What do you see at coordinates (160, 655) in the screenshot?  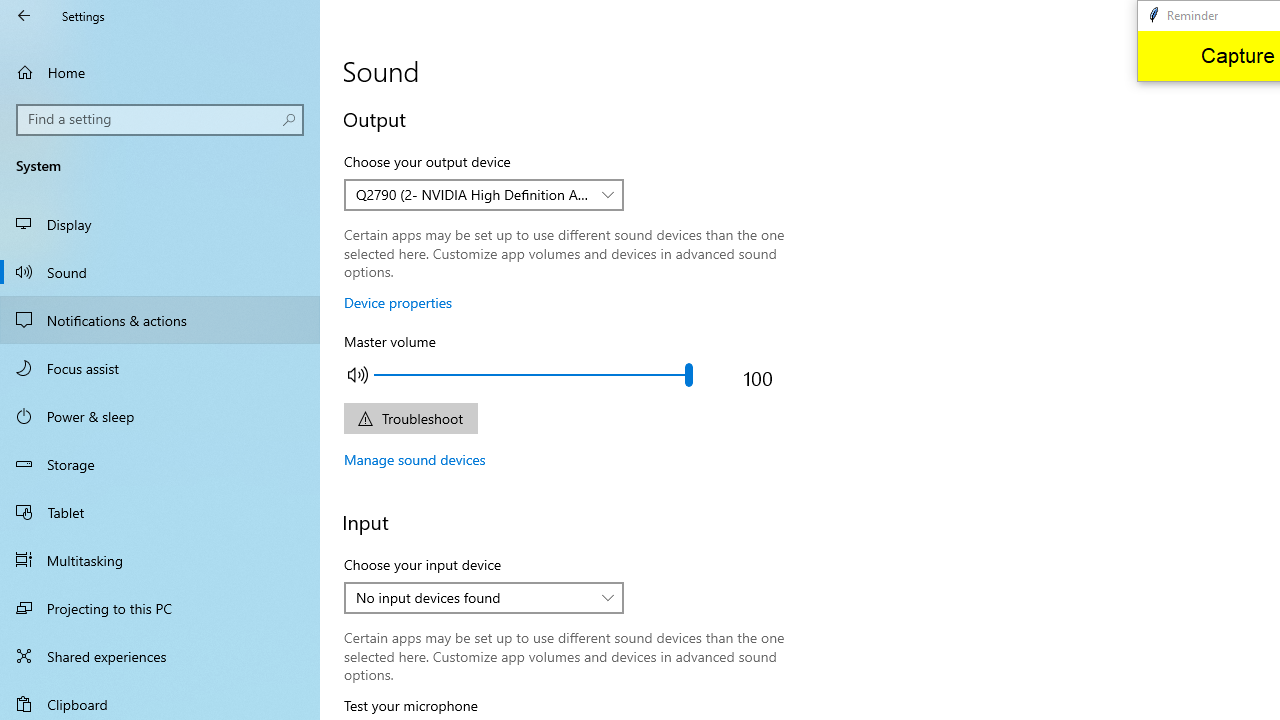 I see `'Shared experiences'` at bounding box center [160, 655].